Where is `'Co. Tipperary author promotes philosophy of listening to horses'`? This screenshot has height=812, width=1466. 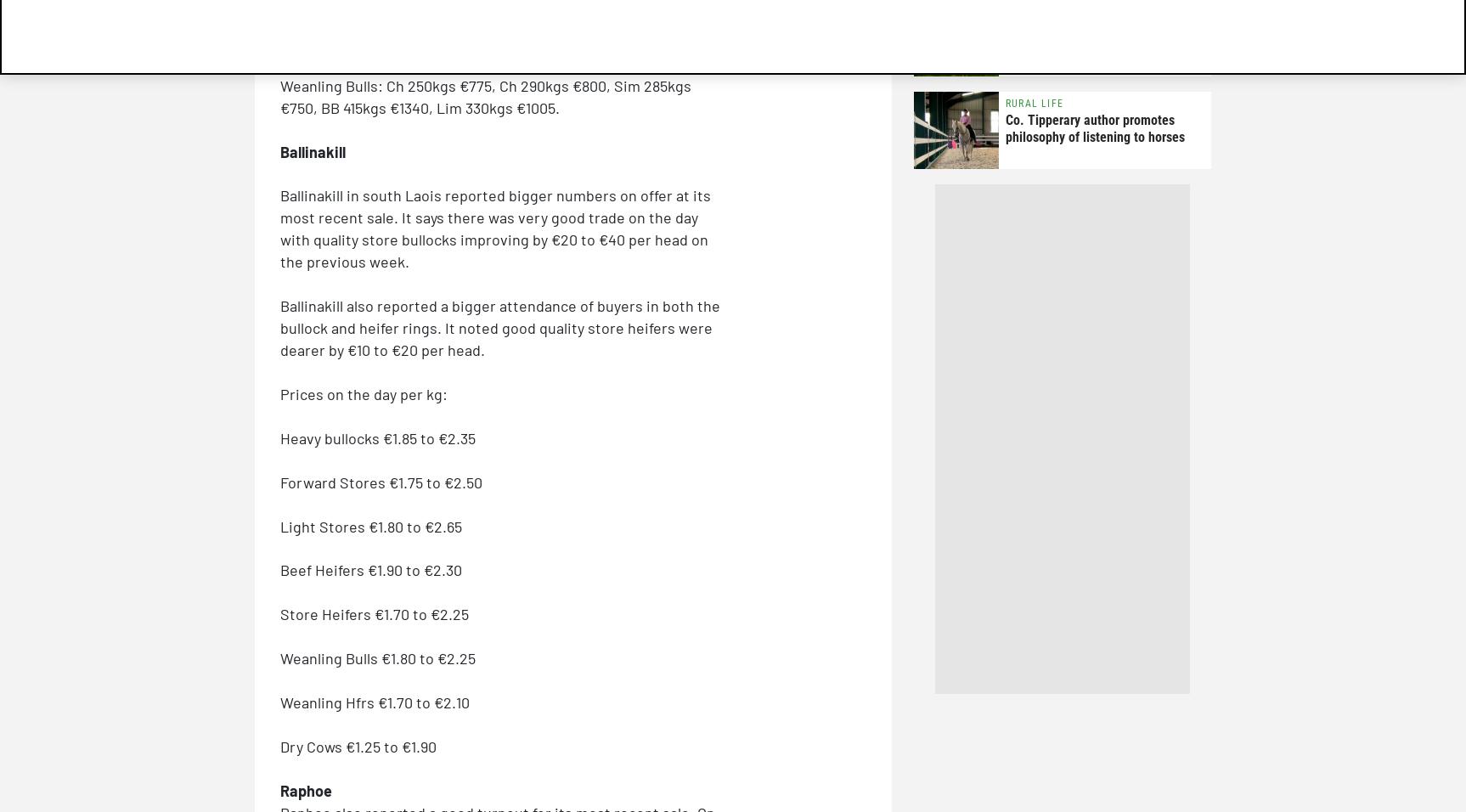
'Co. Tipperary author promotes philosophy of listening to horses' is located at coordinates (1095, 128).